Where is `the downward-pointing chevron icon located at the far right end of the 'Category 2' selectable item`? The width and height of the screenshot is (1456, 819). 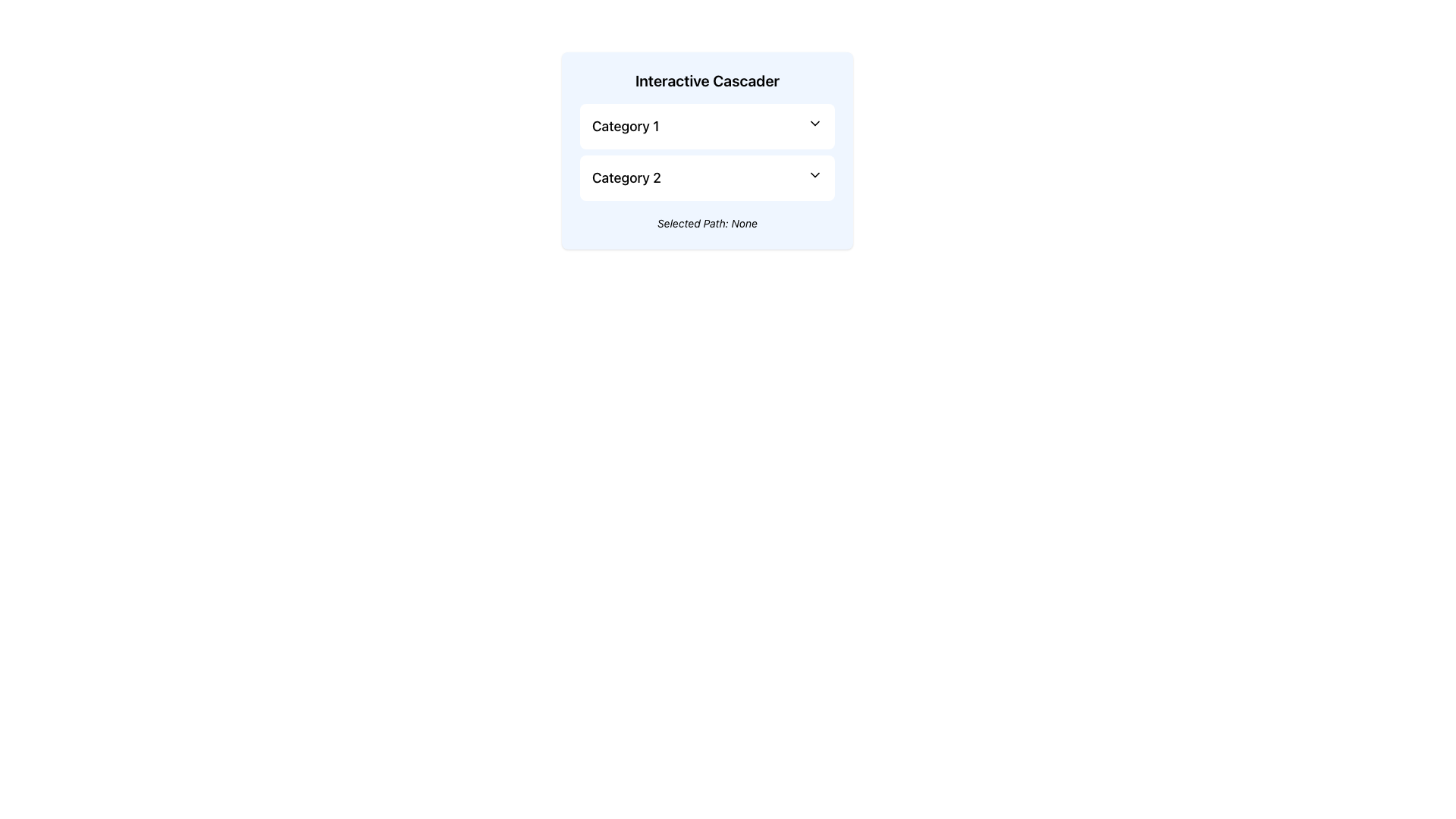 the downward-pointing chevron icon located at the far right end of the 'Category 2' selectable item is located at coordinates (814, 174).